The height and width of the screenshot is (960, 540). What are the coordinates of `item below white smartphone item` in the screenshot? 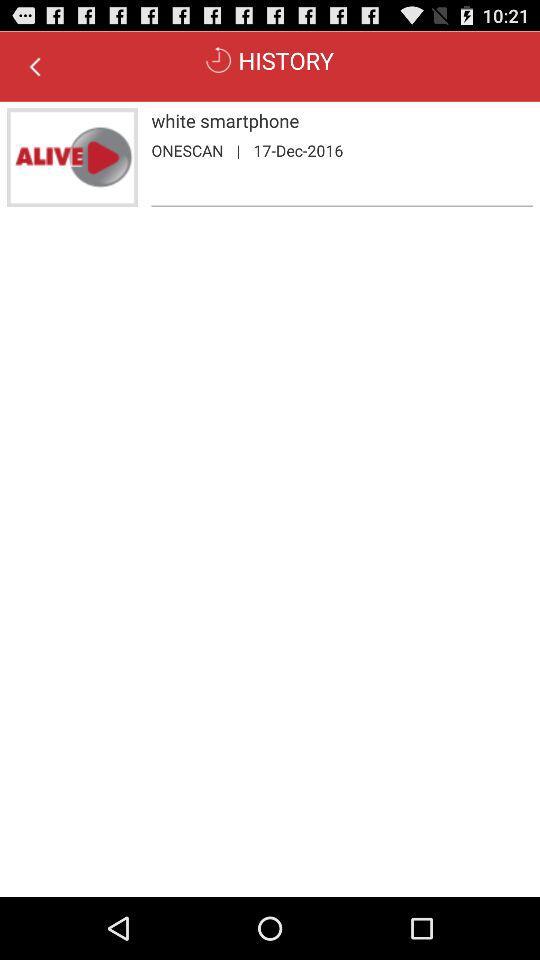 It's located at (187, 149).